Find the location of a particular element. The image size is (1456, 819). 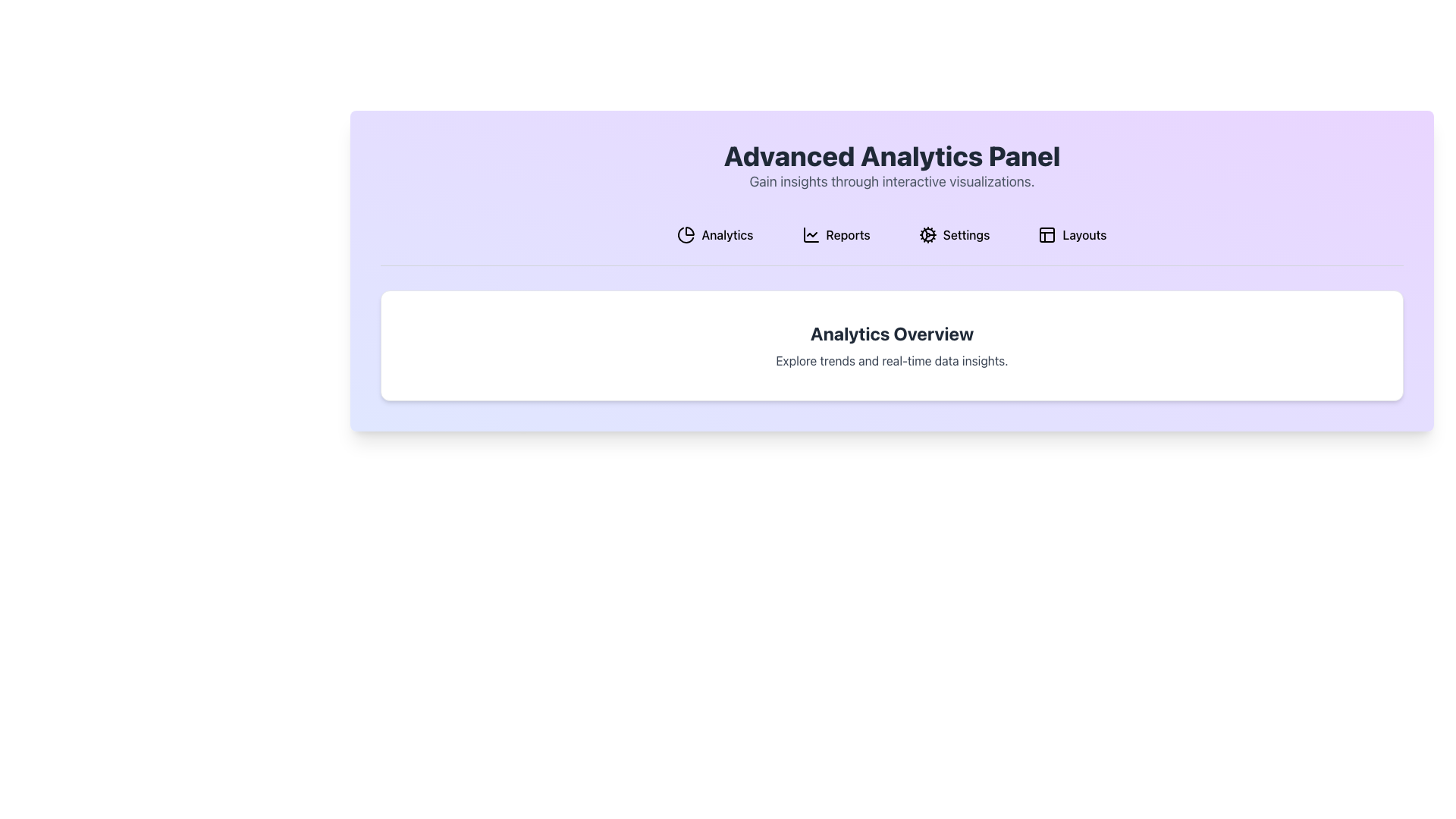

the fourth tab button in the navigation bar, which is related to layouts or design configurations is located at coordinates (1072, 234).